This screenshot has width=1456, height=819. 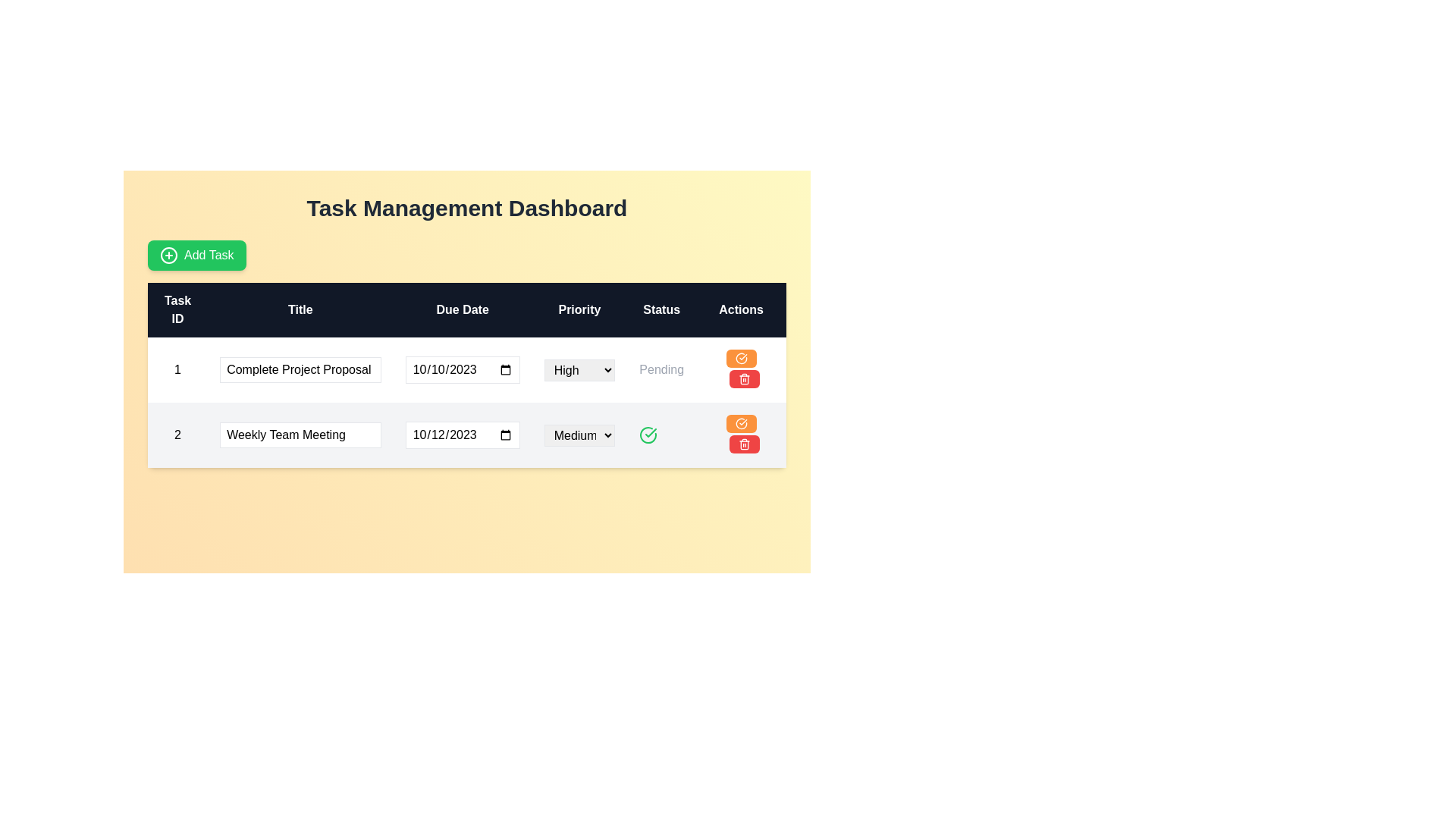 What do you see at coordinates (579, 435) in the screenshot?
I see `the dropdown menu in the 'Priority' column of the second row in the task table, which displays 'Medium' and has a downward arrow icon` at bounding box center [579, 435].